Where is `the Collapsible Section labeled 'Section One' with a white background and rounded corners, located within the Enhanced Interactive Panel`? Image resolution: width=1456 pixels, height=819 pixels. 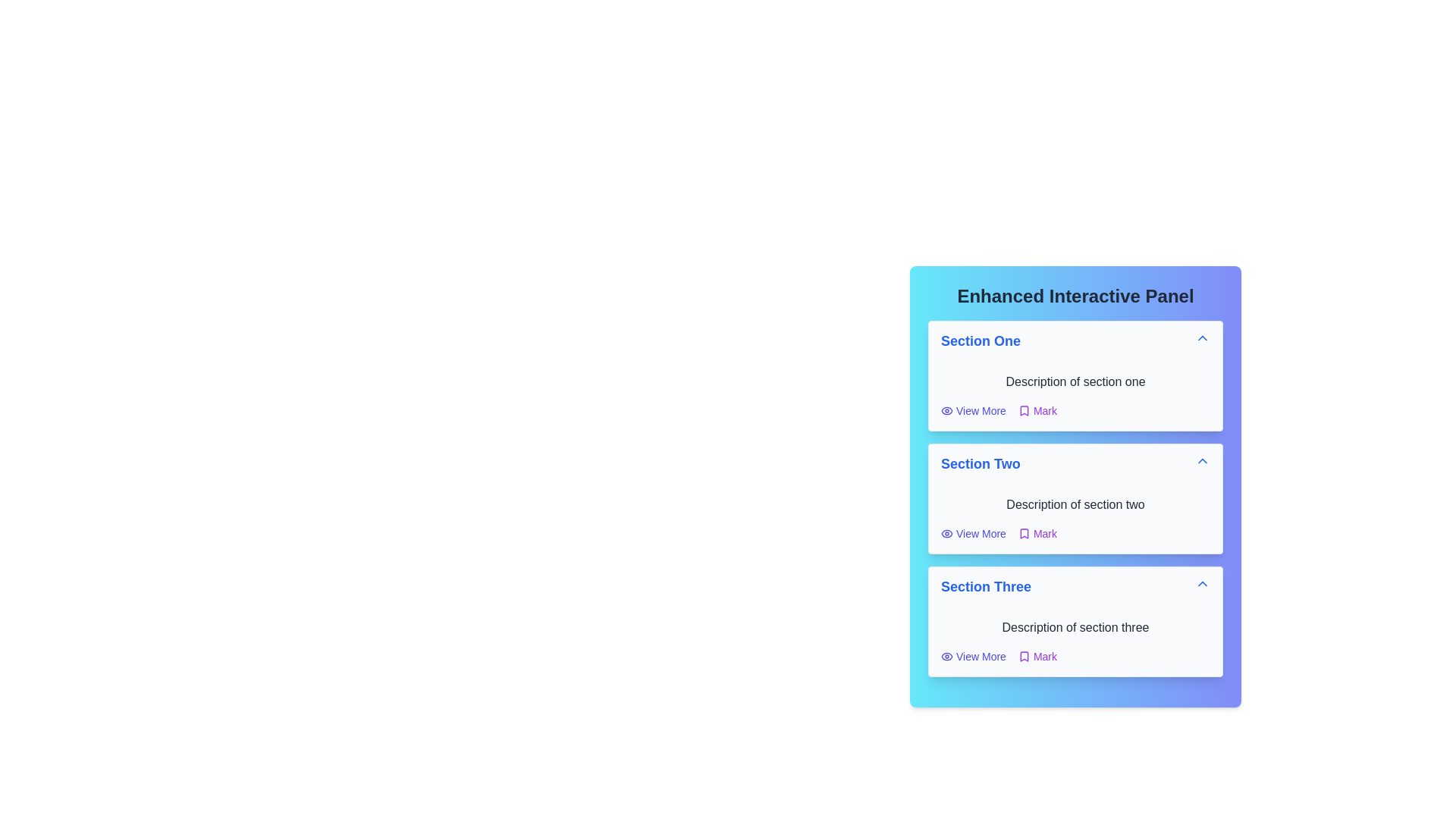
the Collapsible Section labeled 'Section One' with a white background and rounded corners, located within the Enhanced Interactive Panel is located at coordinates (1075, 375).